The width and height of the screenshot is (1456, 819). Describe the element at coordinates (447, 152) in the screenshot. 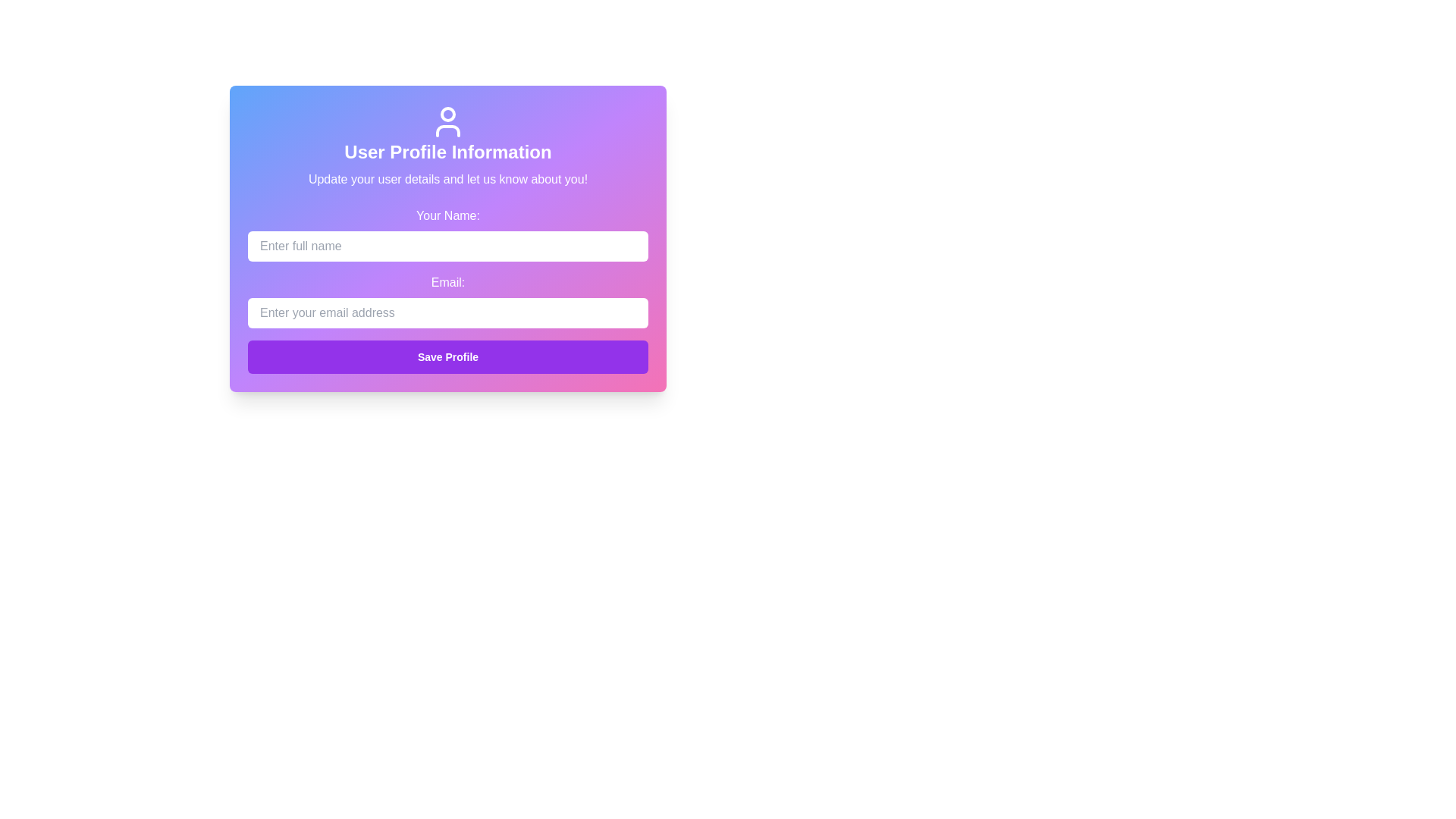

I see `the static text label that serves as the heading for the user profile management interface, positioned centrally in the header of the card interface` at that location.